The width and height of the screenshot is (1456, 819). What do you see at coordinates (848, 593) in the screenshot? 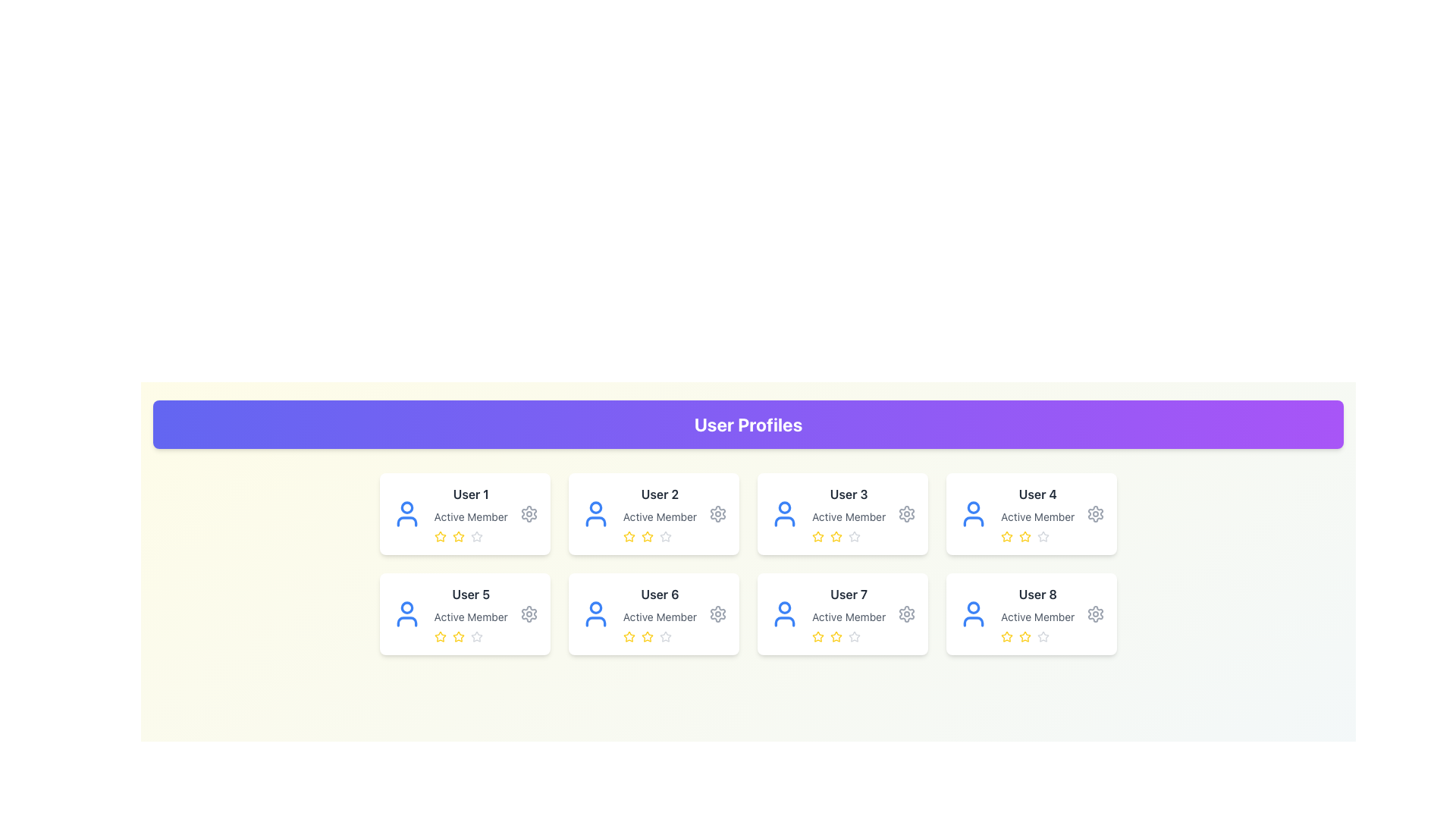
I see `the Text Label element displaying 'User 7' in bold, dark gray, located in the user profile card labeled 'User 7 Active Member' in the fourth row of the grid layout` at bounding box center [848, 593].